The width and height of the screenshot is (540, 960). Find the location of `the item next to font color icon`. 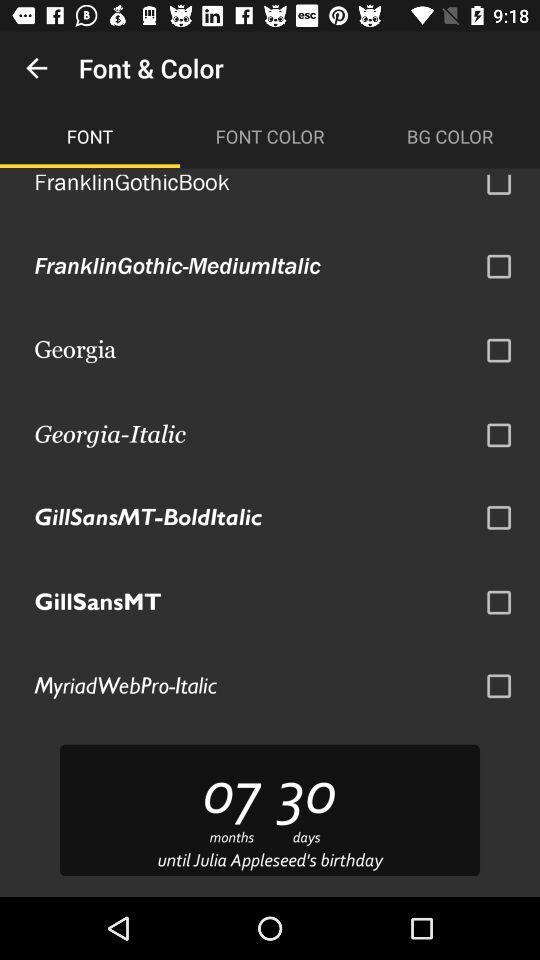

the item next to font color icon is located at coordinates (449, 135).